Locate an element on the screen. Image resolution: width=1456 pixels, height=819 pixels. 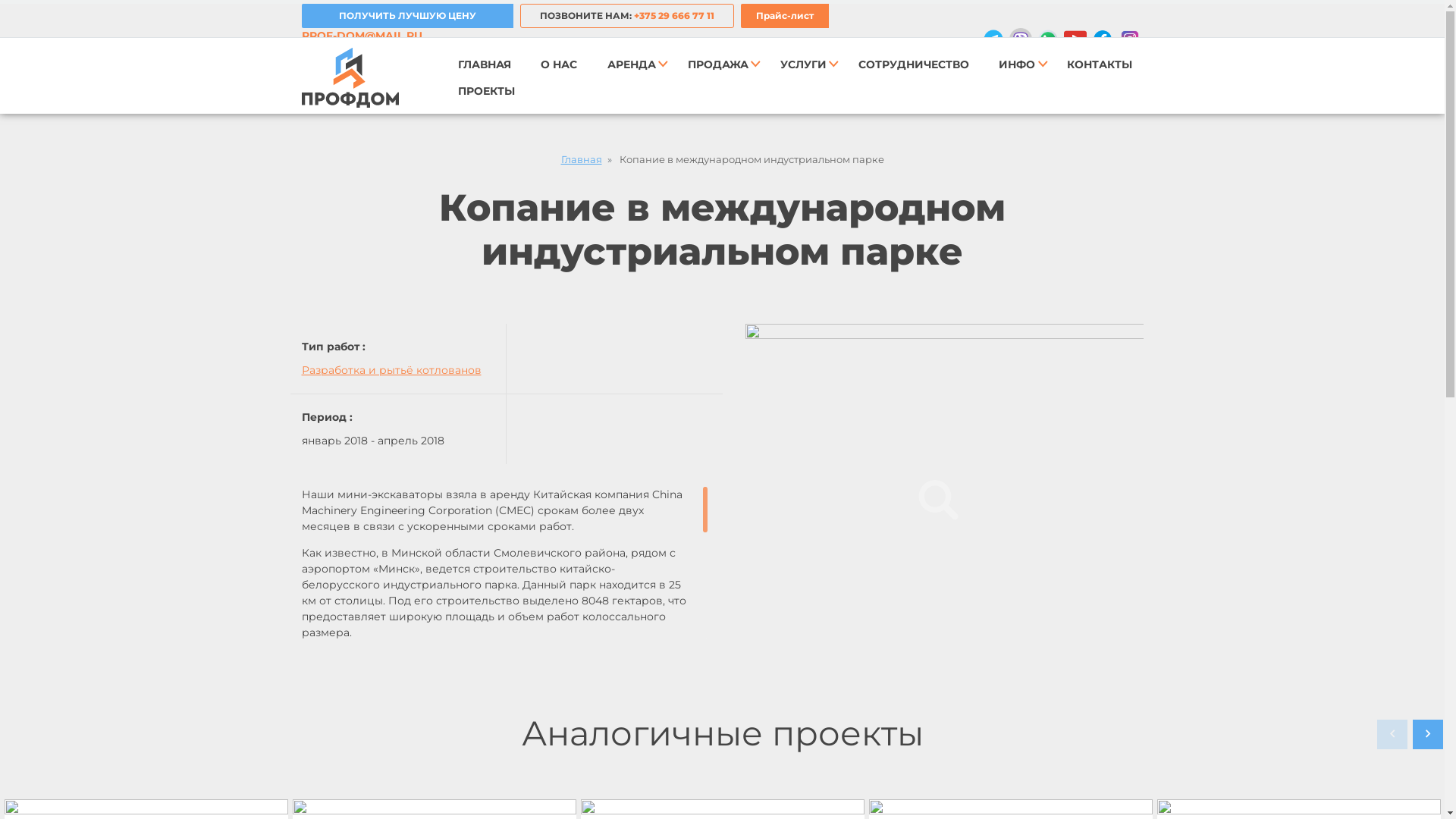
'+375 29 666 77 11' is located at coordinates (633, 15).